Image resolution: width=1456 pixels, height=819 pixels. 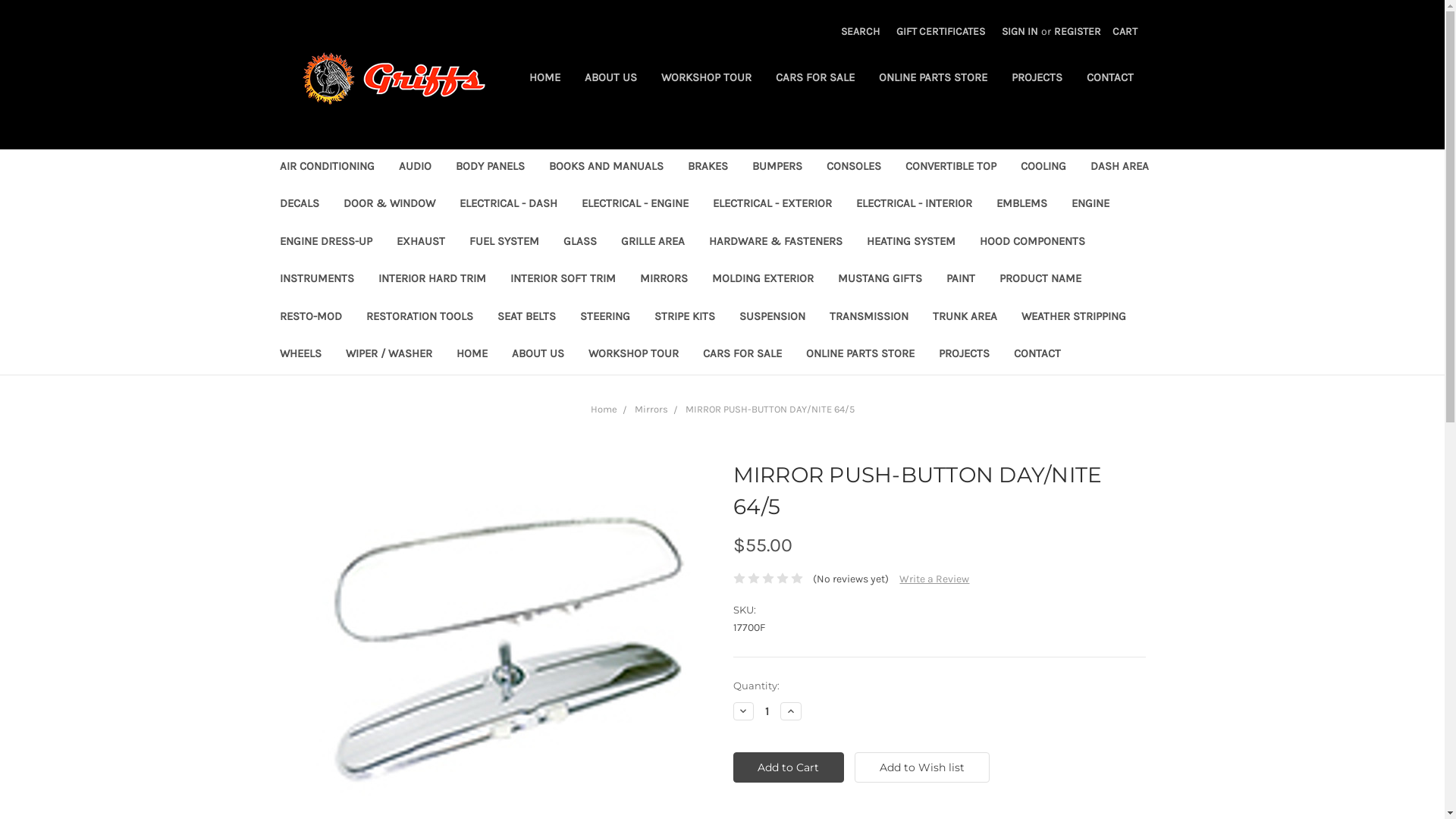 What do you see at coordinates (854, 168) in the screenshot?
I see `'CONSOLES'` at bounding box center [854, 168].